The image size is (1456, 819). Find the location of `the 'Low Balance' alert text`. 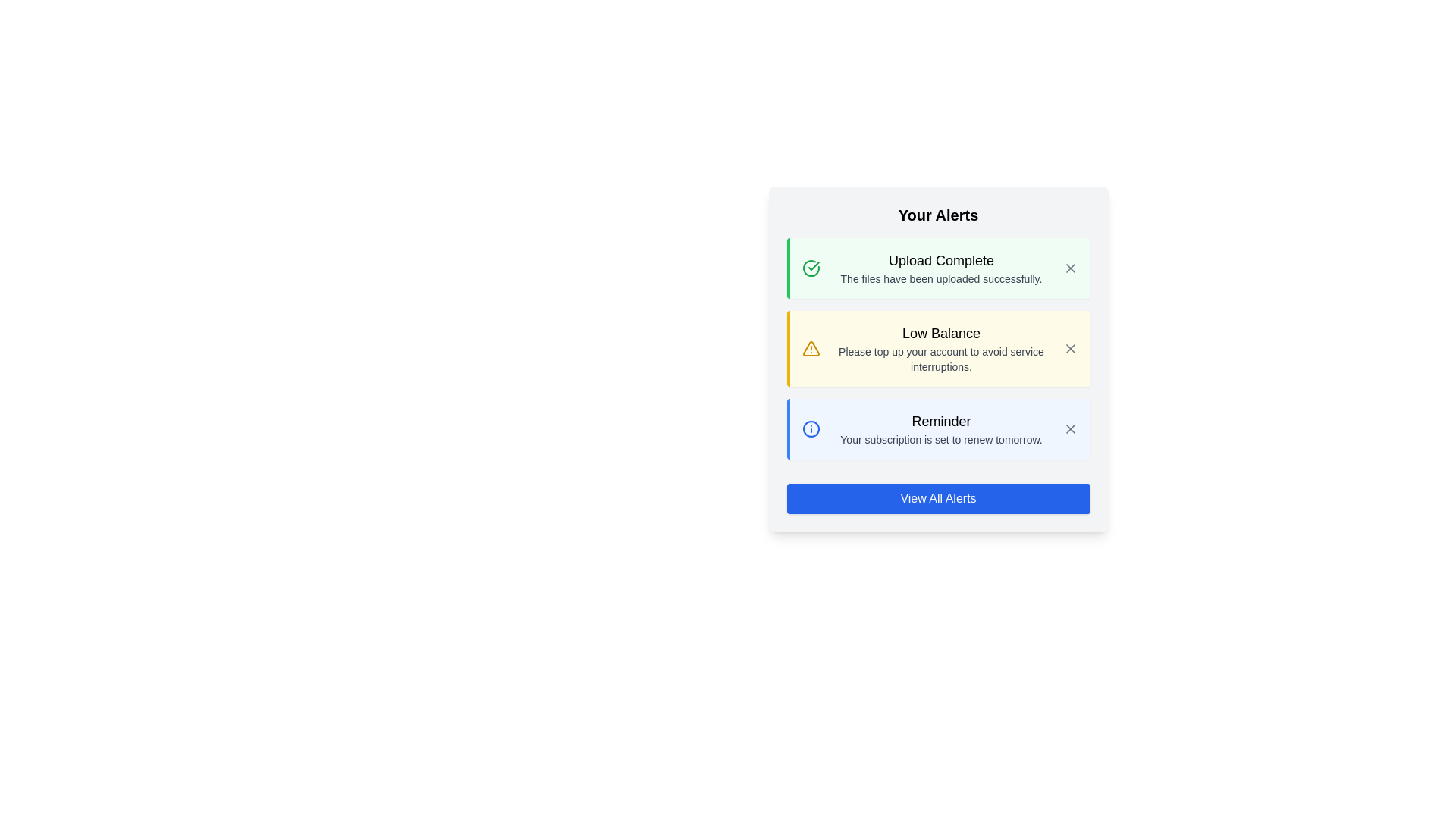

the 'Low Balance' alert text is located at coordinates (940, 332).